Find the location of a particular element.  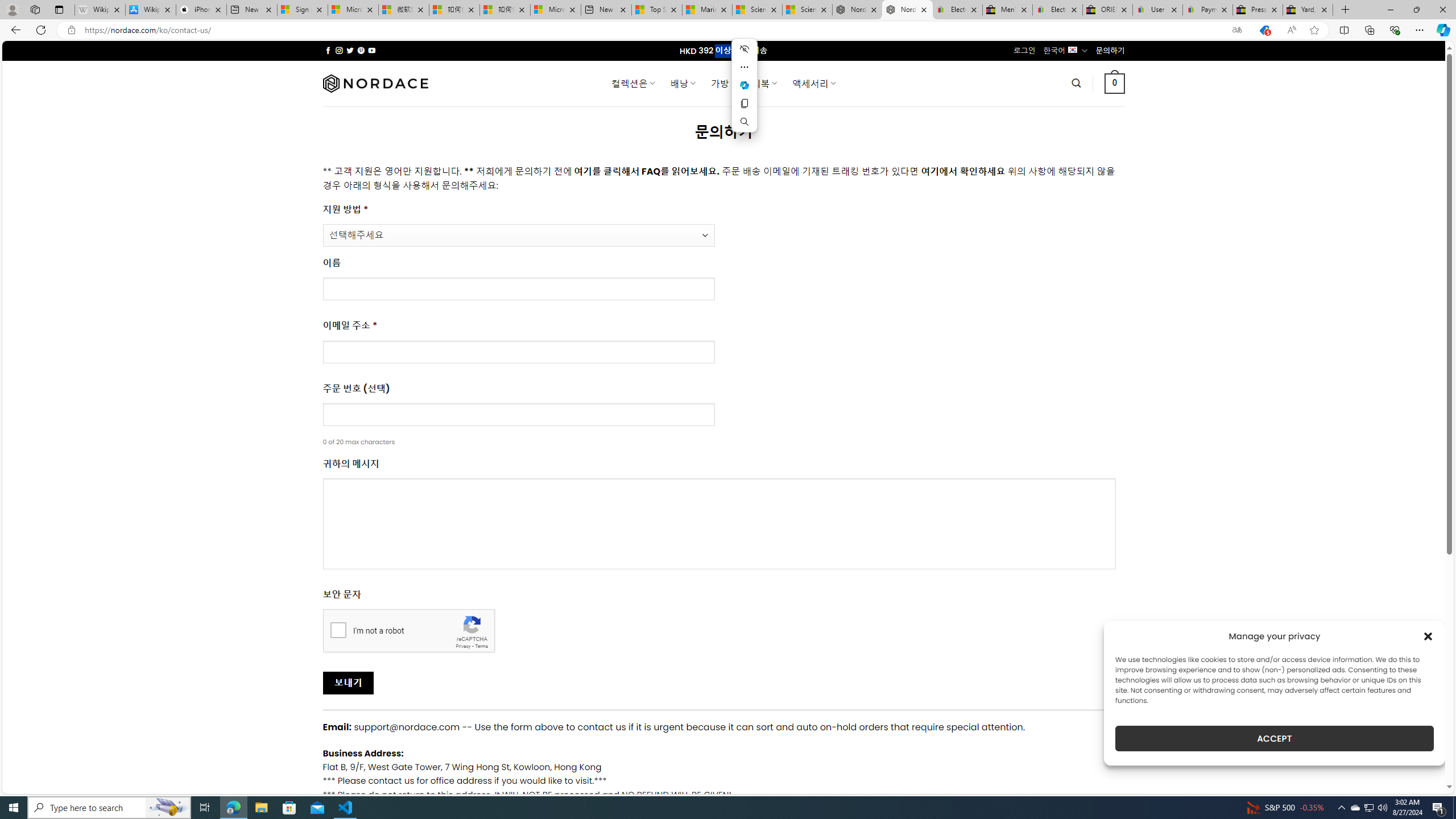

'Wikipedia - Sleeping' is located at coordinates (100, 9).